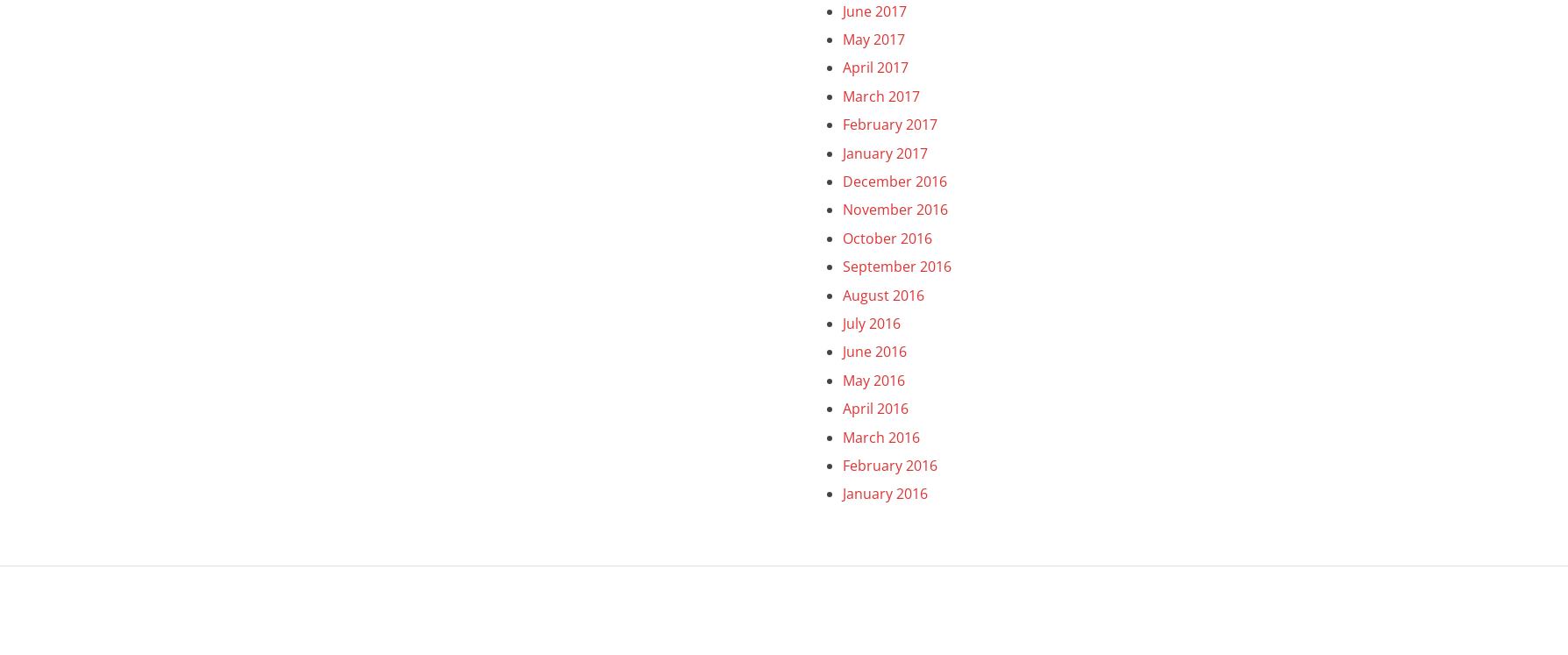 The image size is (1568, 655). What do you see at coordinates (886, 238) in the screenshot?
I see `'October 2016'` at bounding box center [886, 238].